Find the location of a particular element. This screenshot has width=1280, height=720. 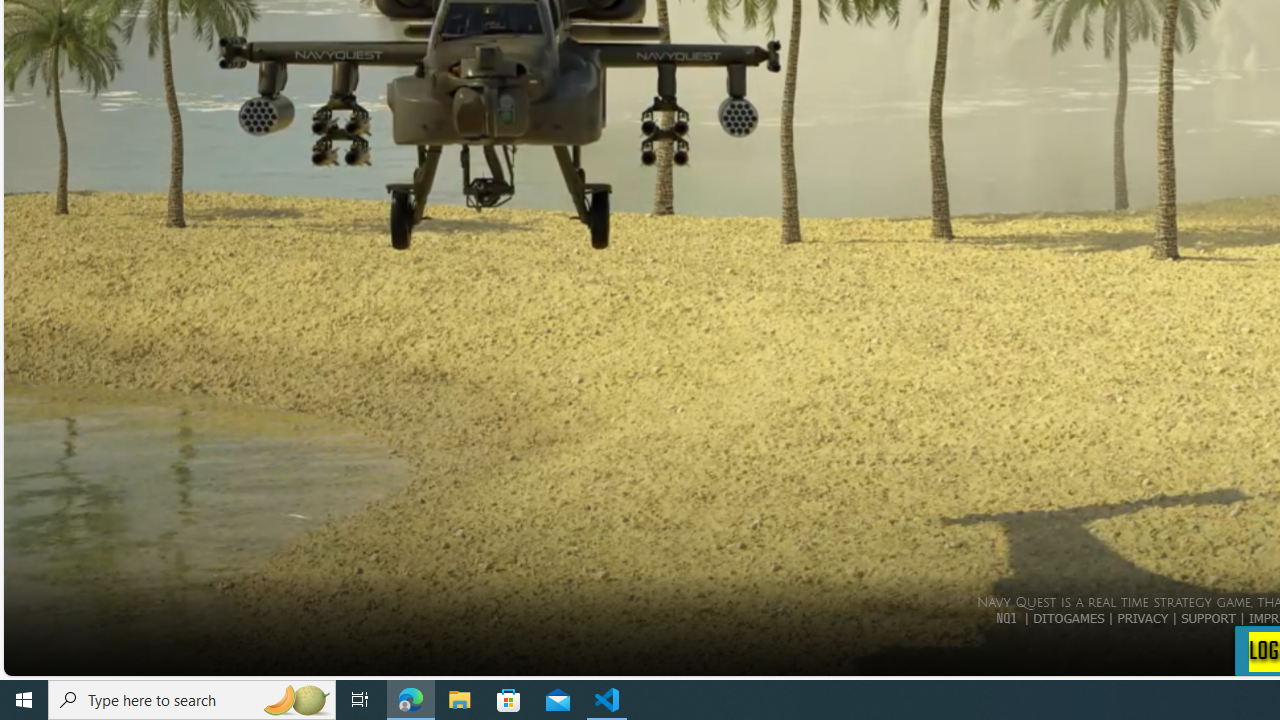

'Start' is located at coordinates (24, 698).